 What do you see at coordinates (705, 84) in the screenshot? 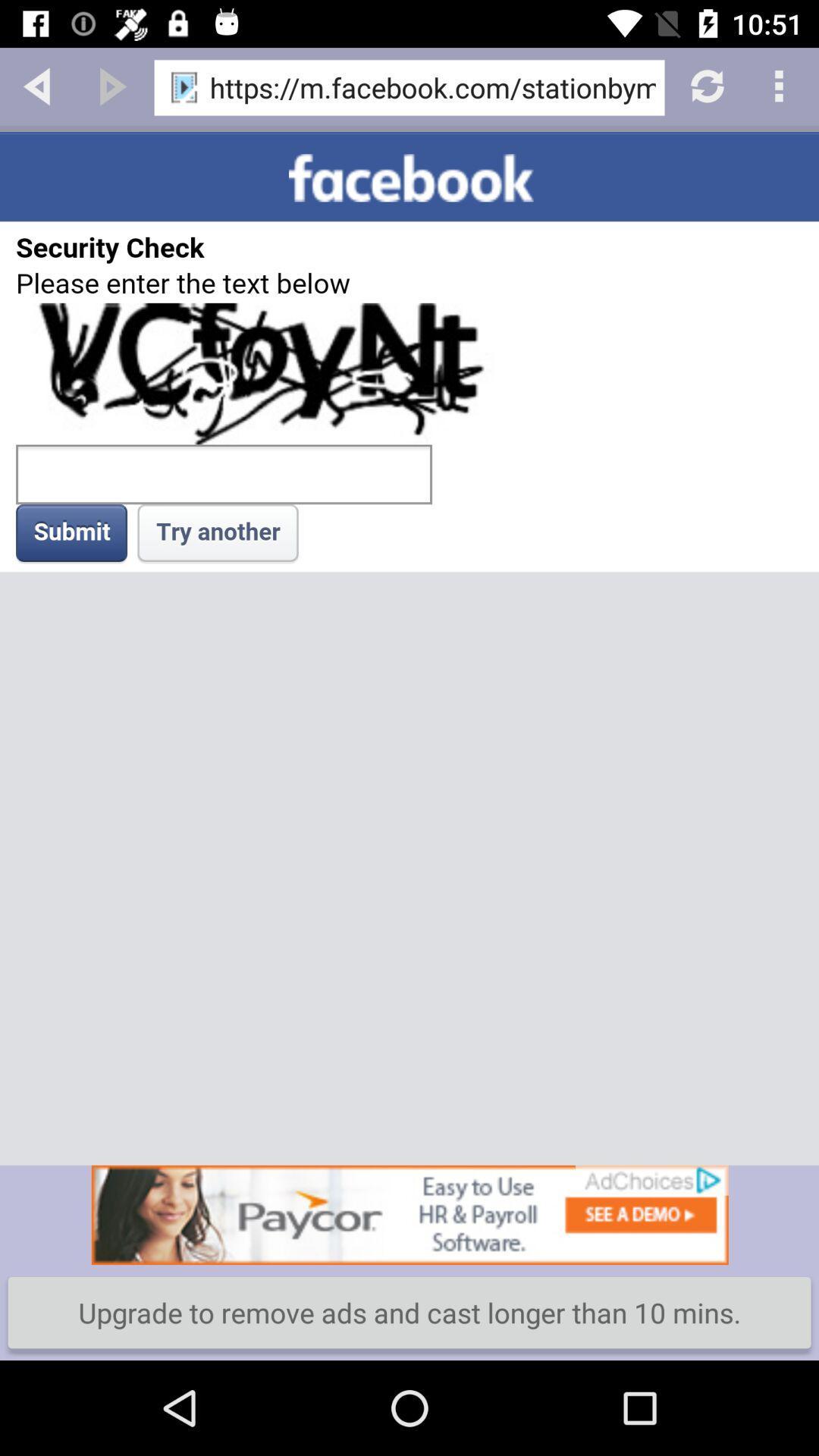
I see `refresh page` at bounding box center [705, 84].